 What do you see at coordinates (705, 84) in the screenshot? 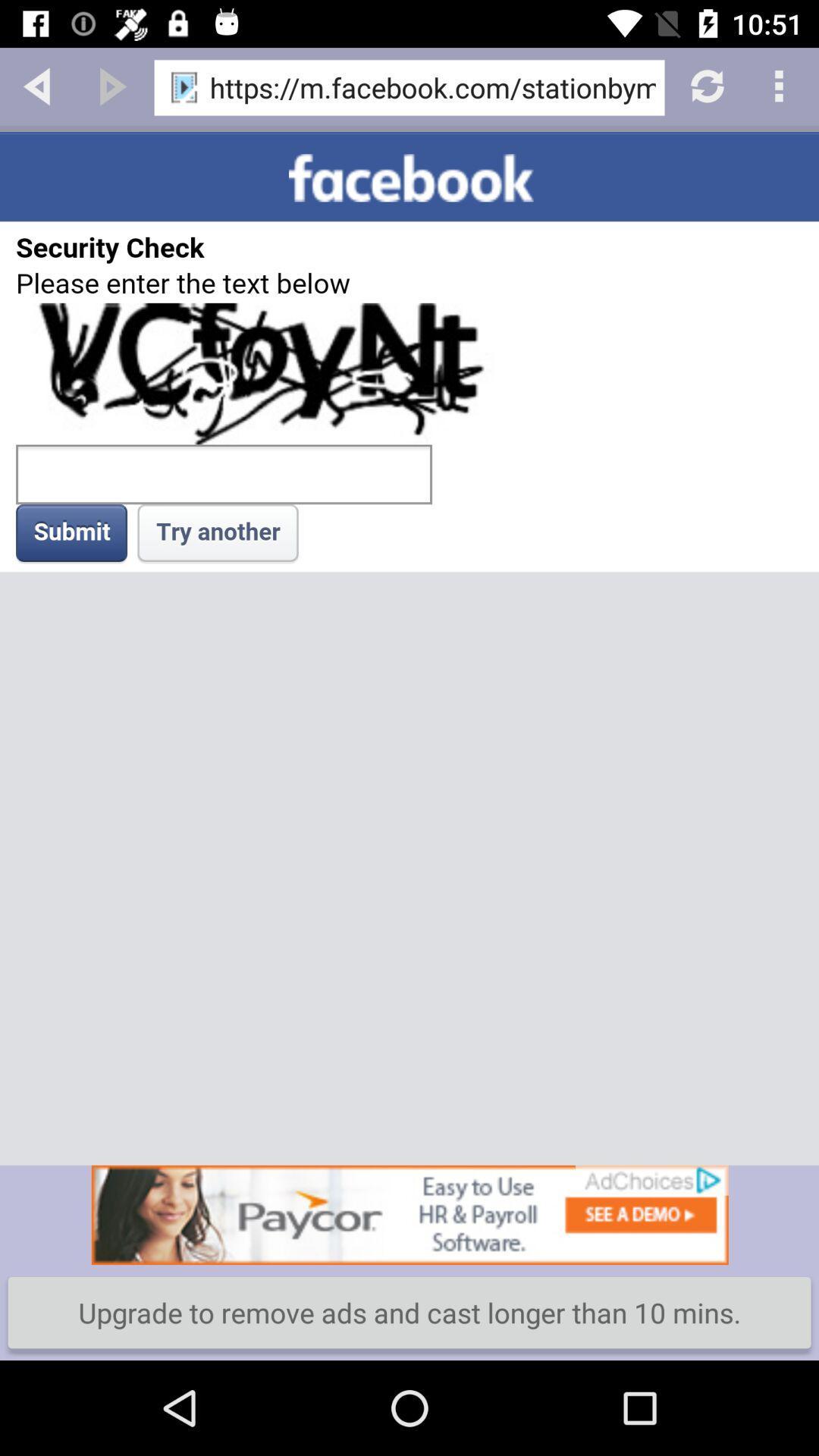
I see `refresh page` at bounding box center [705, 84].